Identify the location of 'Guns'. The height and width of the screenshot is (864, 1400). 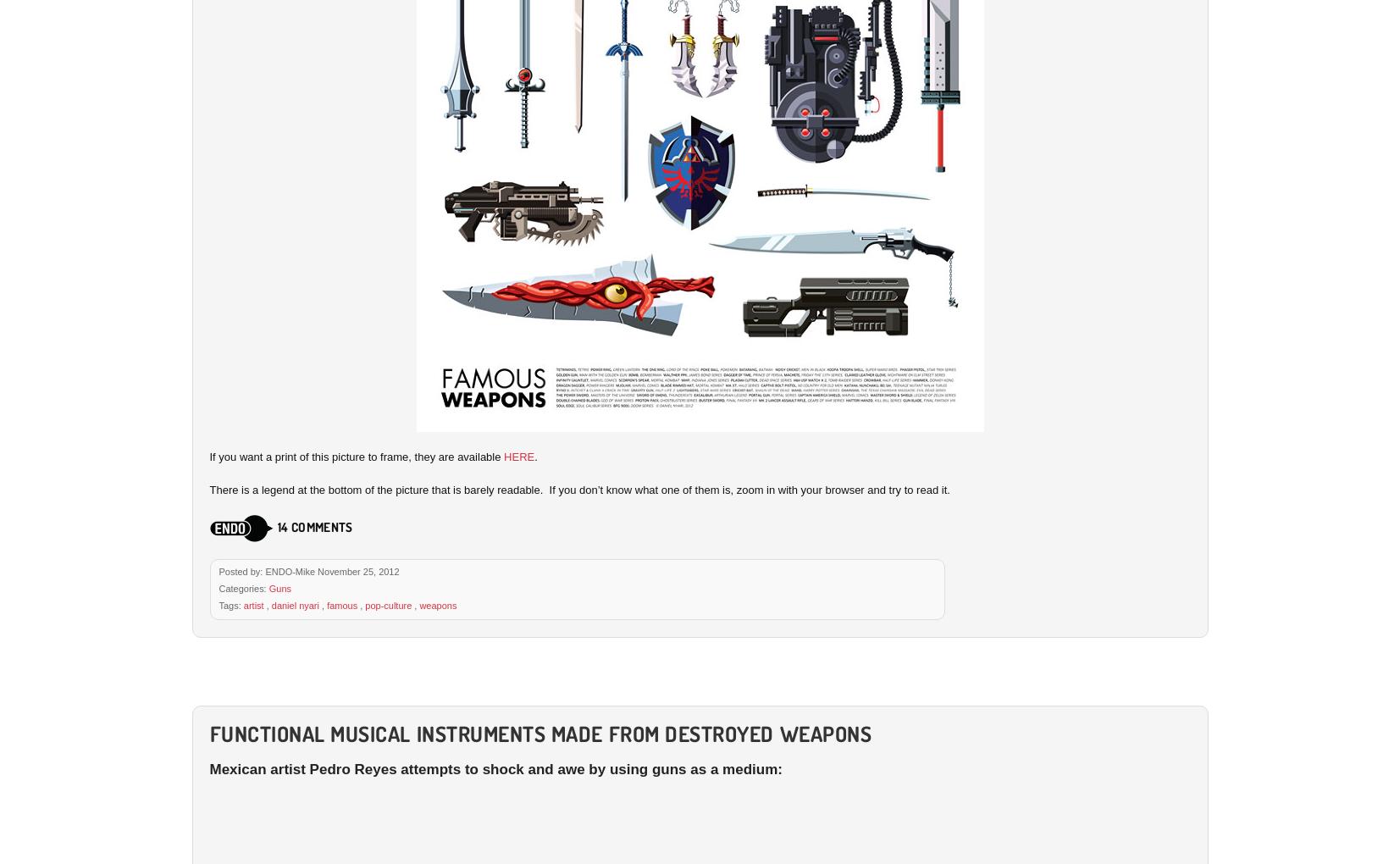
(279, 587).